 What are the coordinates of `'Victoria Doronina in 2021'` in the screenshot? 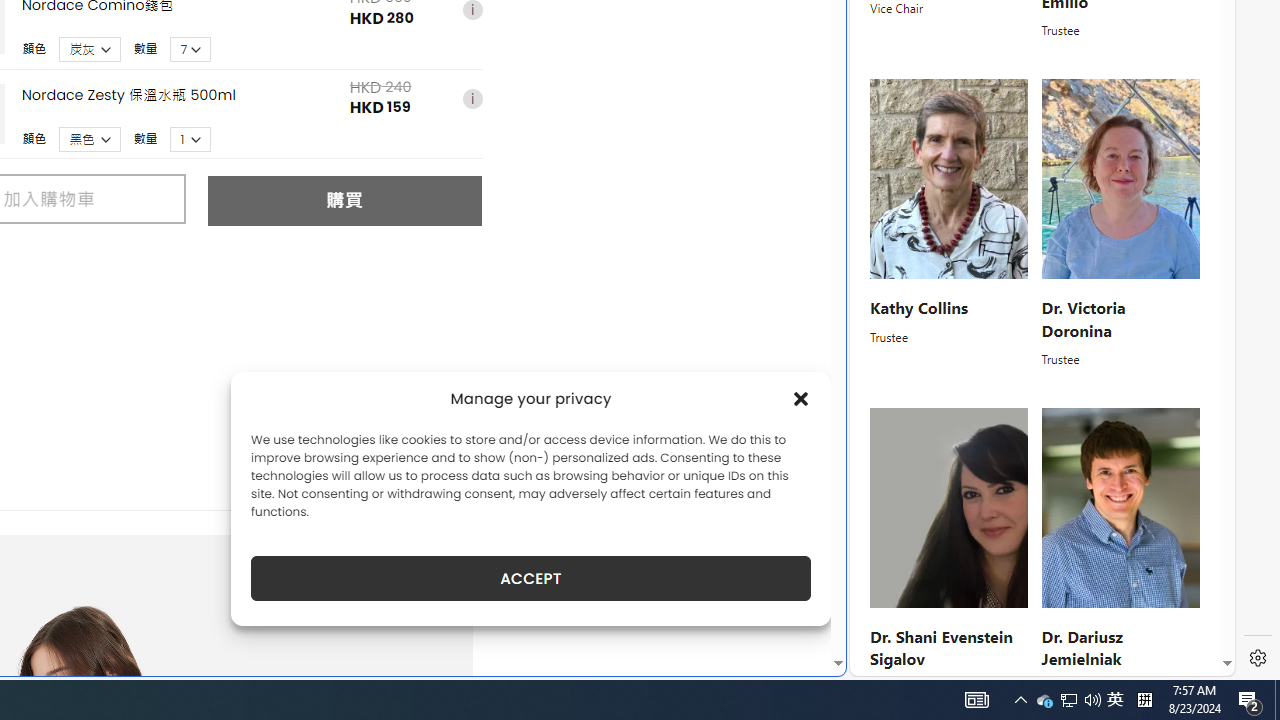 It's located at (1120, 178).